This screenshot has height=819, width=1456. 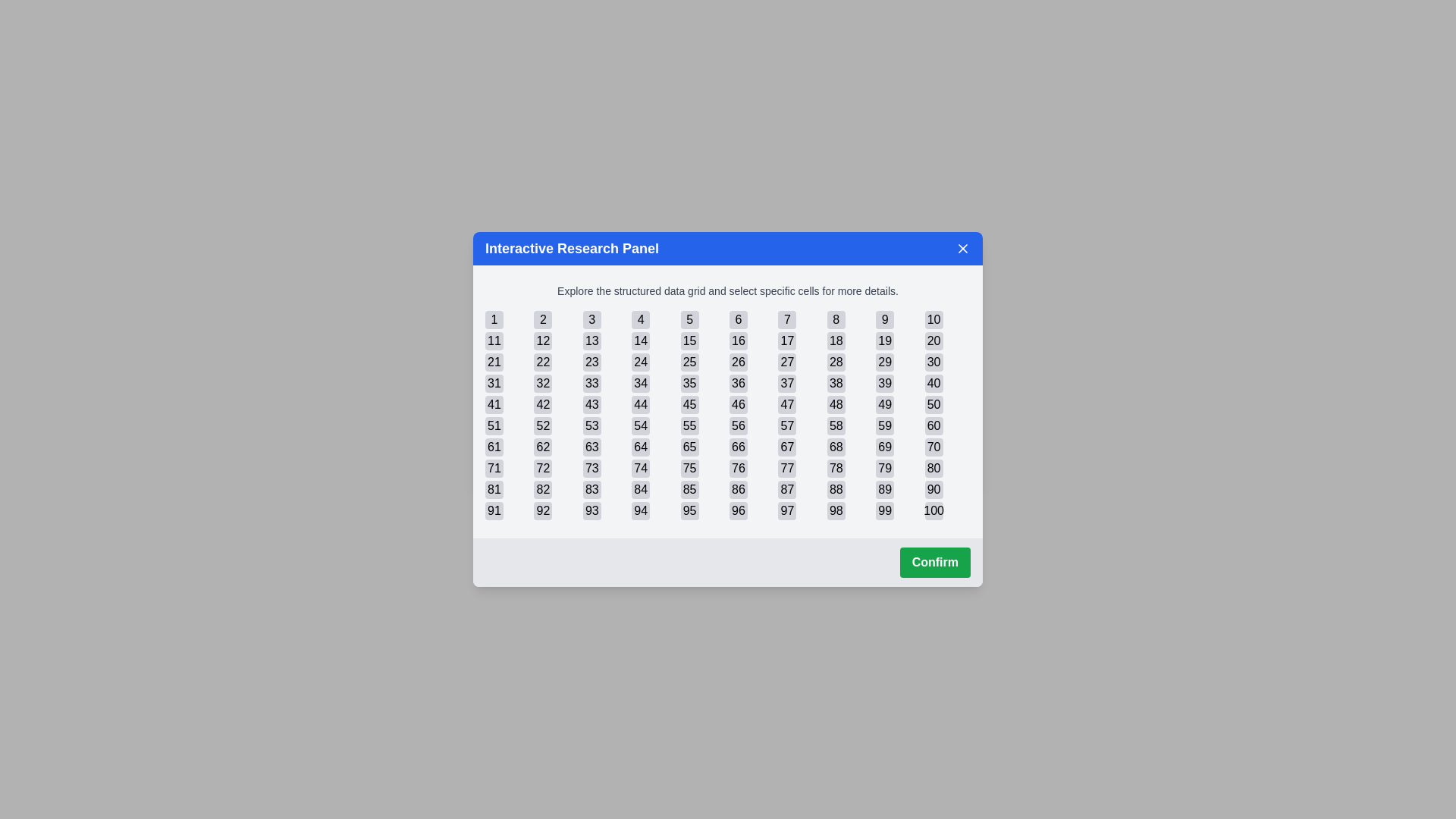 What do you see at coordinates (494, 318) in the screenshot?
I see `the cell with the number 1 in the grid` at bounding box center [494, 318].